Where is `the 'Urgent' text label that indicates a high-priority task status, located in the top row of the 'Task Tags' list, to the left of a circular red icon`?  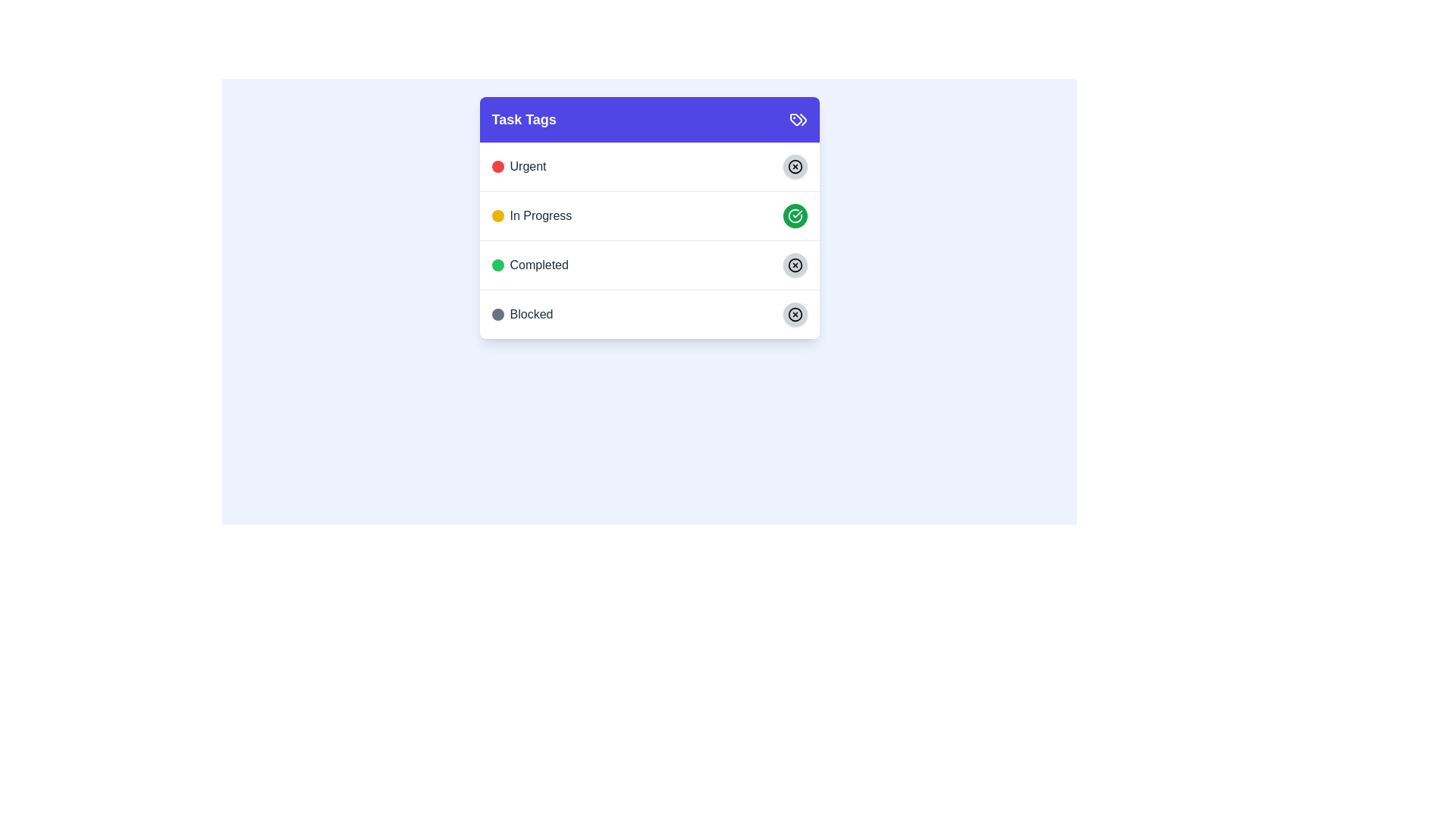 the 'Urgent' text label that indicates a high-priority task status, located in the top row of the 'Task Tags' list, to the left of a circular red icon is located at coordinates (528, 166).